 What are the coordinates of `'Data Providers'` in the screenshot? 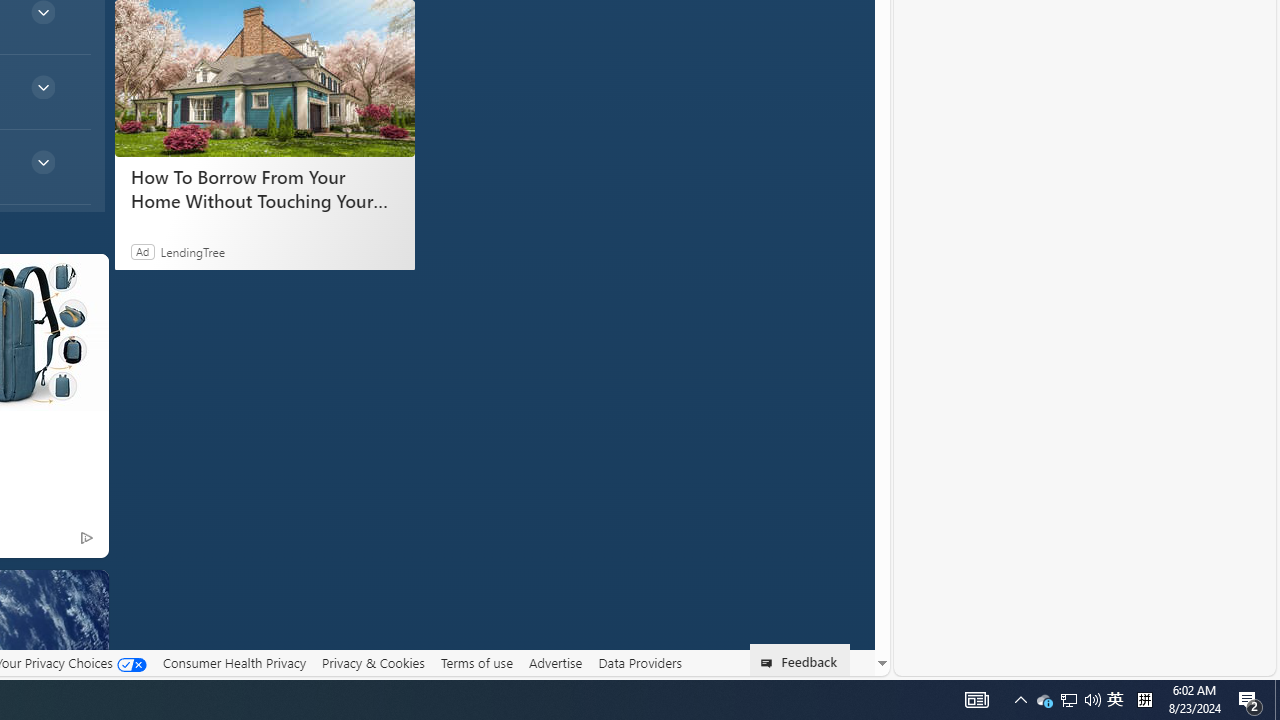 It's located at (640, 663).